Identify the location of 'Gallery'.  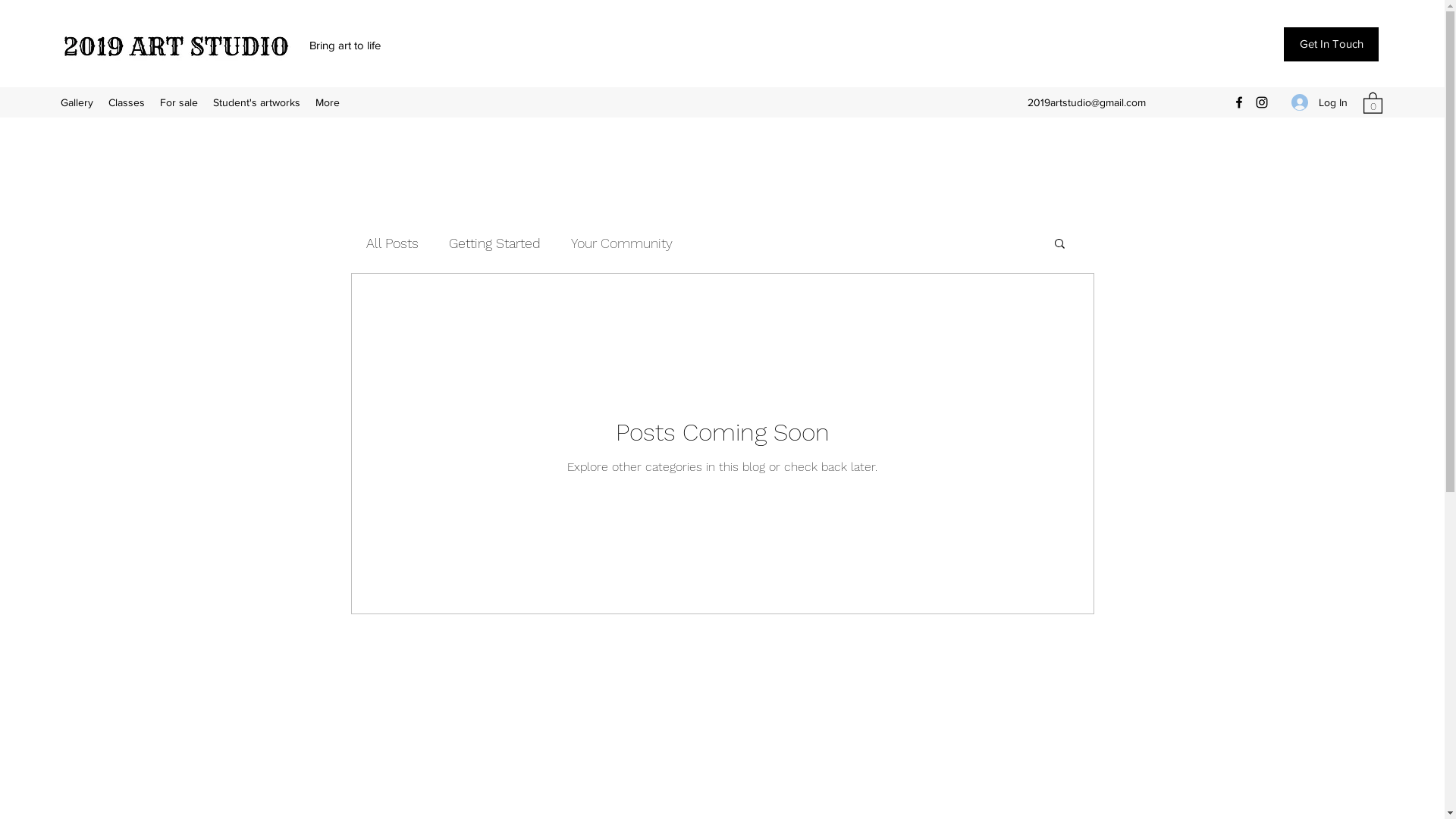
(76, 102).